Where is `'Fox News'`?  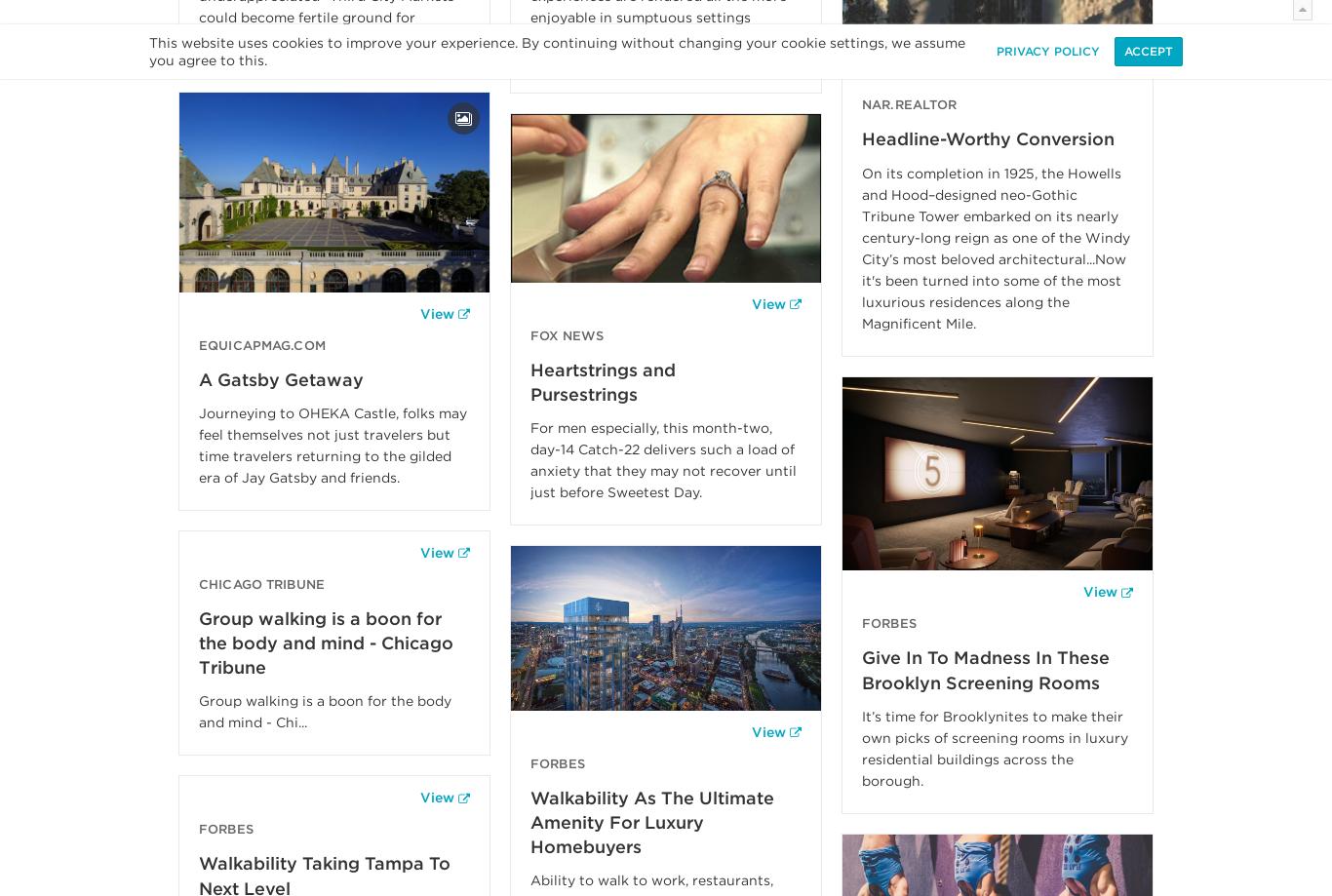
'Fox News' is located at coordinates (566, 333).